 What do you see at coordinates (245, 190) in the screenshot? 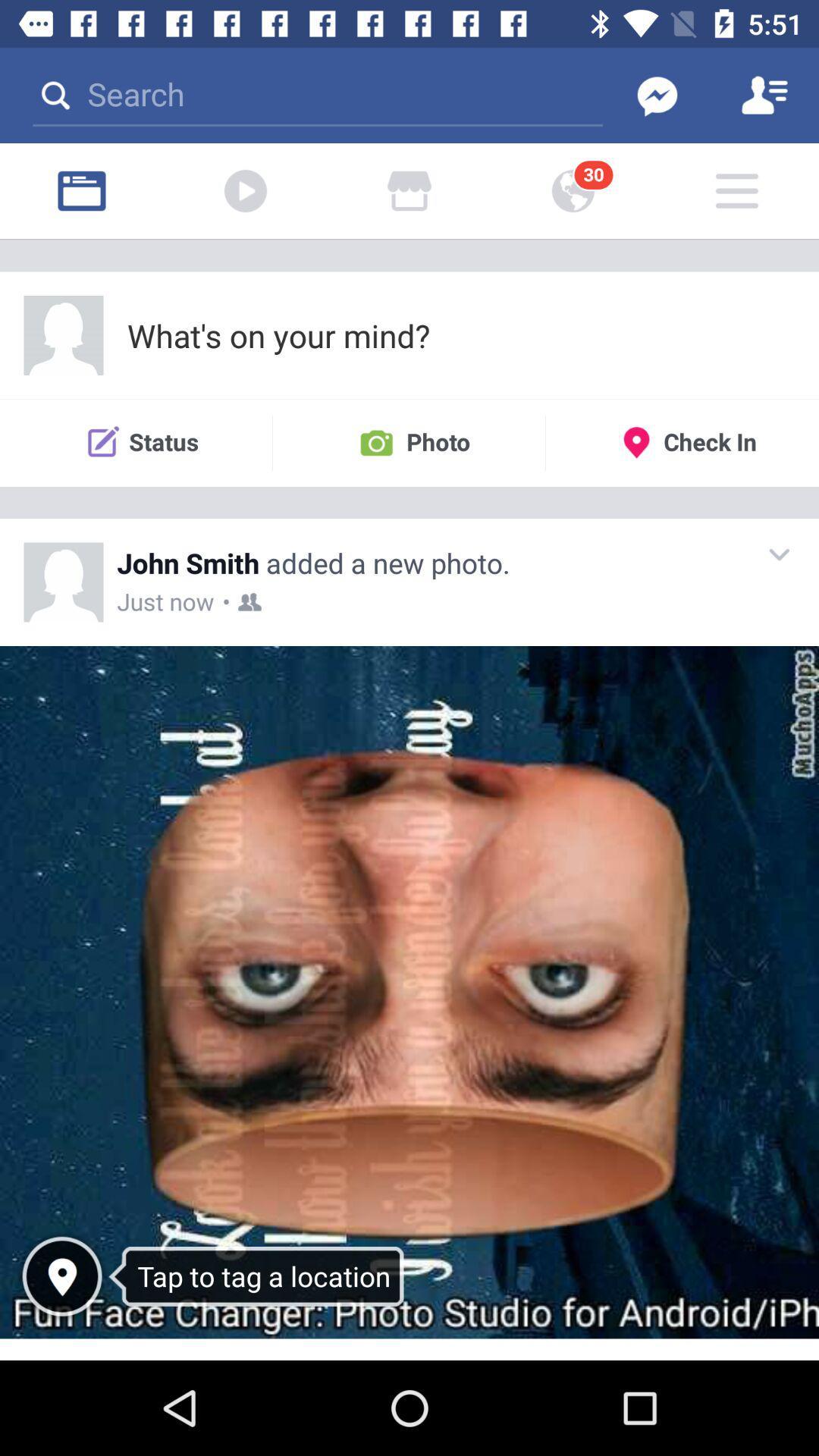
I see `the play icon` at bounding box center [245, 190].